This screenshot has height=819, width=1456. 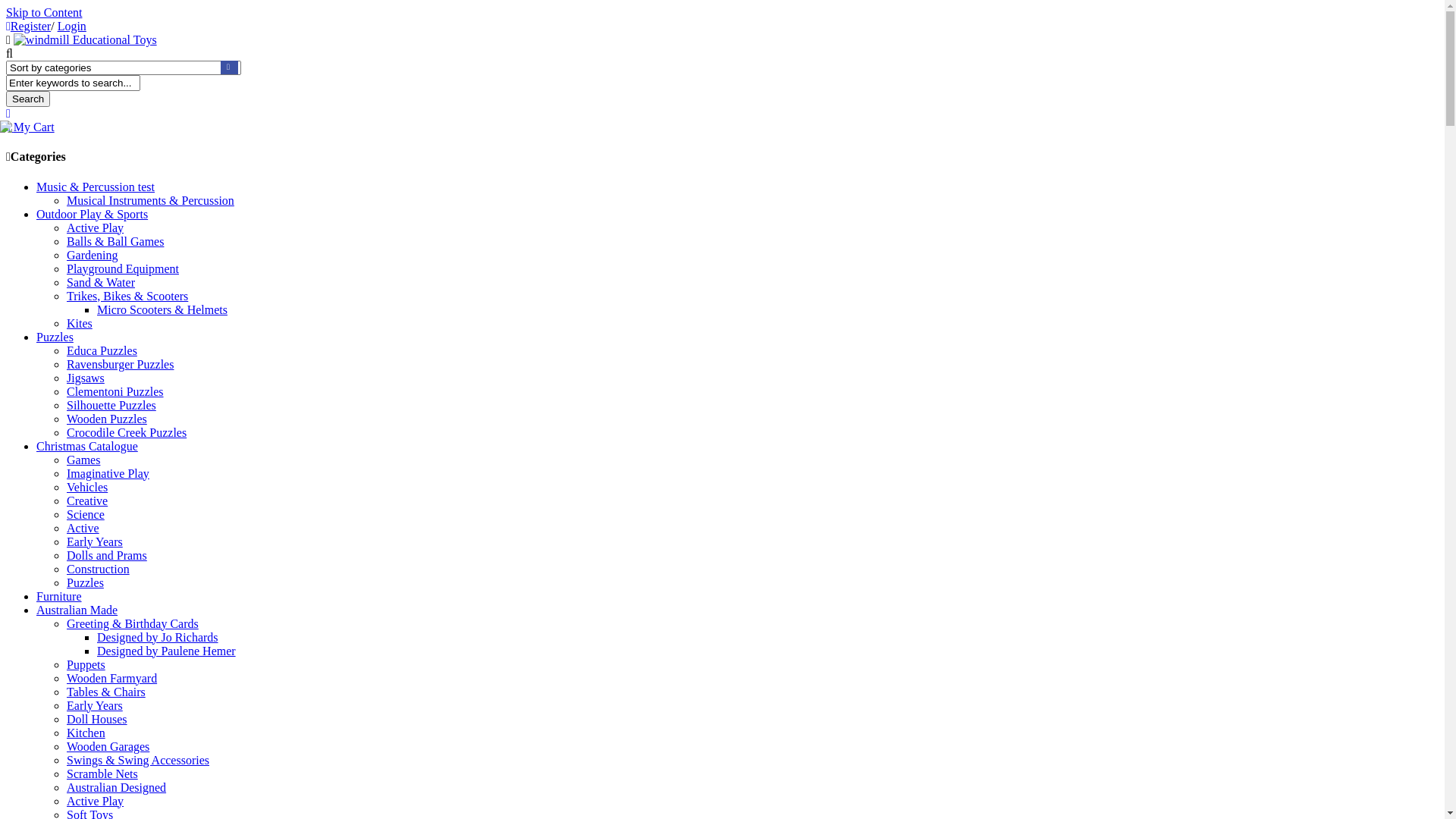 What do you see at coordinates (85, 664) in the screenshot?
I see `'Puppets'` at bounding box center [85, 664].